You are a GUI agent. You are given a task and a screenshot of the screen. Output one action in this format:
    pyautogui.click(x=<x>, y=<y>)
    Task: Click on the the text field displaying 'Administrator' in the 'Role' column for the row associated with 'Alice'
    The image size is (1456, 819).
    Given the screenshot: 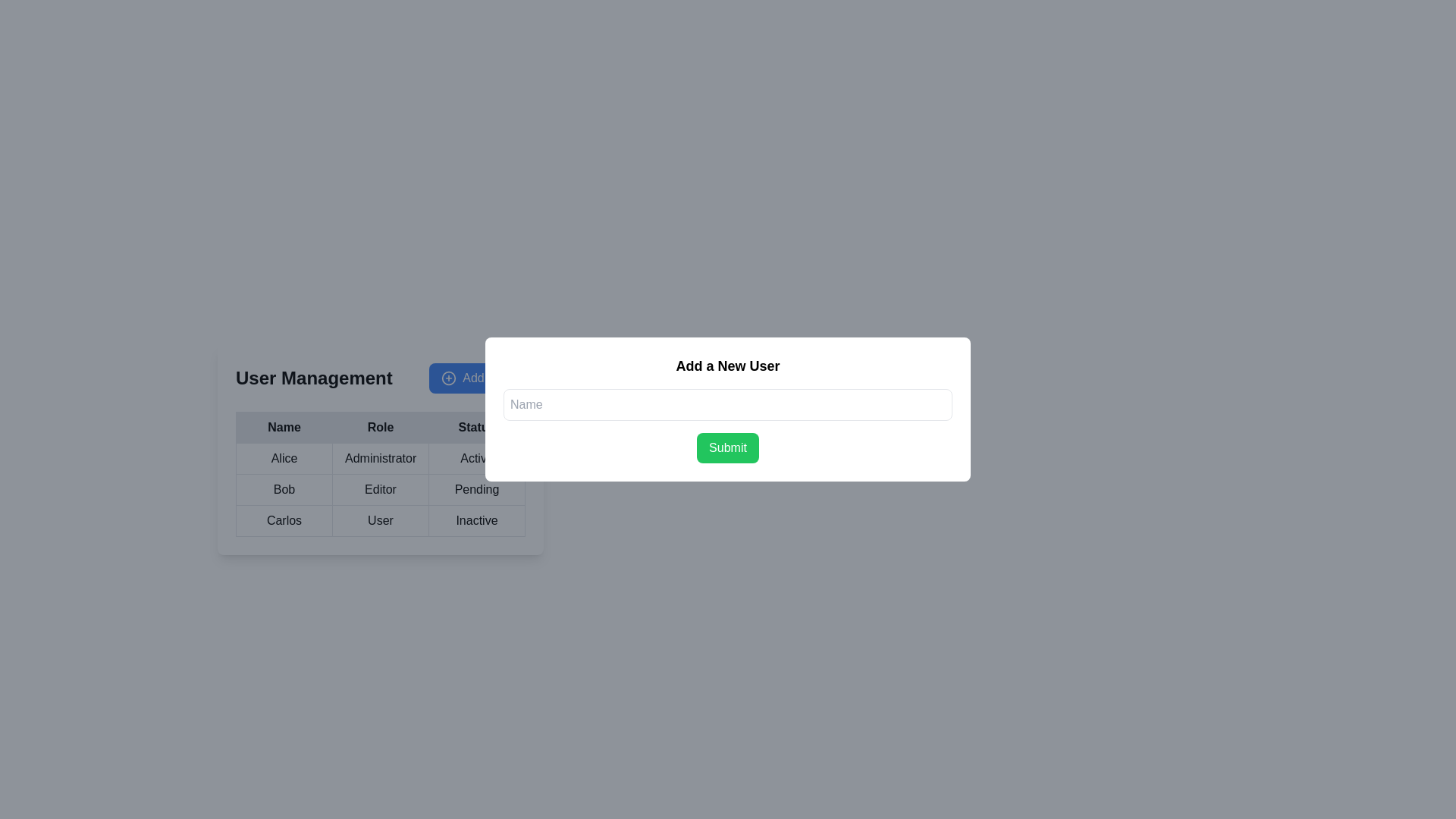 What is the action you would take?
    pyautogui.click(x=381, y=458)
    